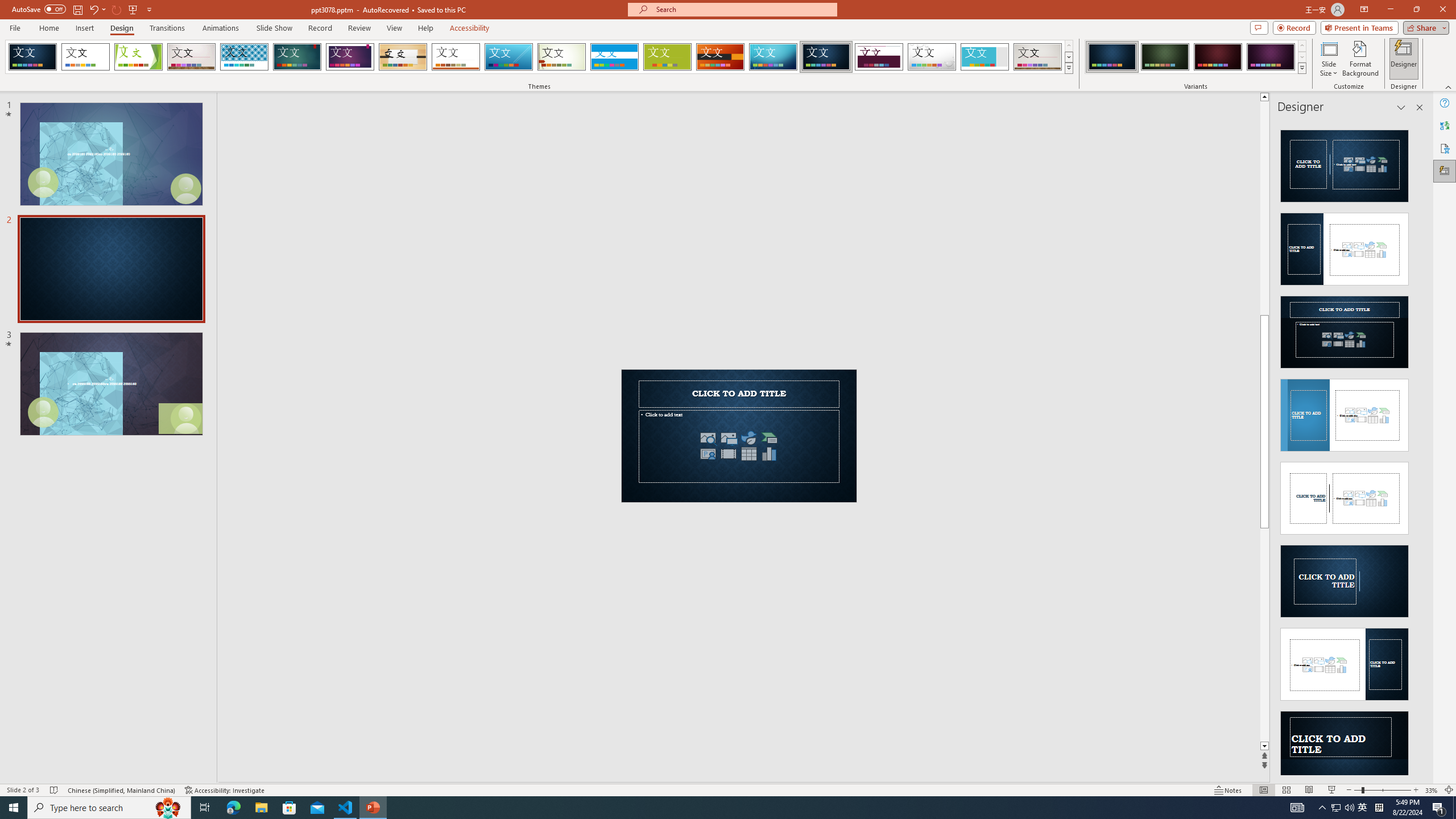  I want to click on 'AutomationID: ThemeVariantsGallery', so click(1196, 56).